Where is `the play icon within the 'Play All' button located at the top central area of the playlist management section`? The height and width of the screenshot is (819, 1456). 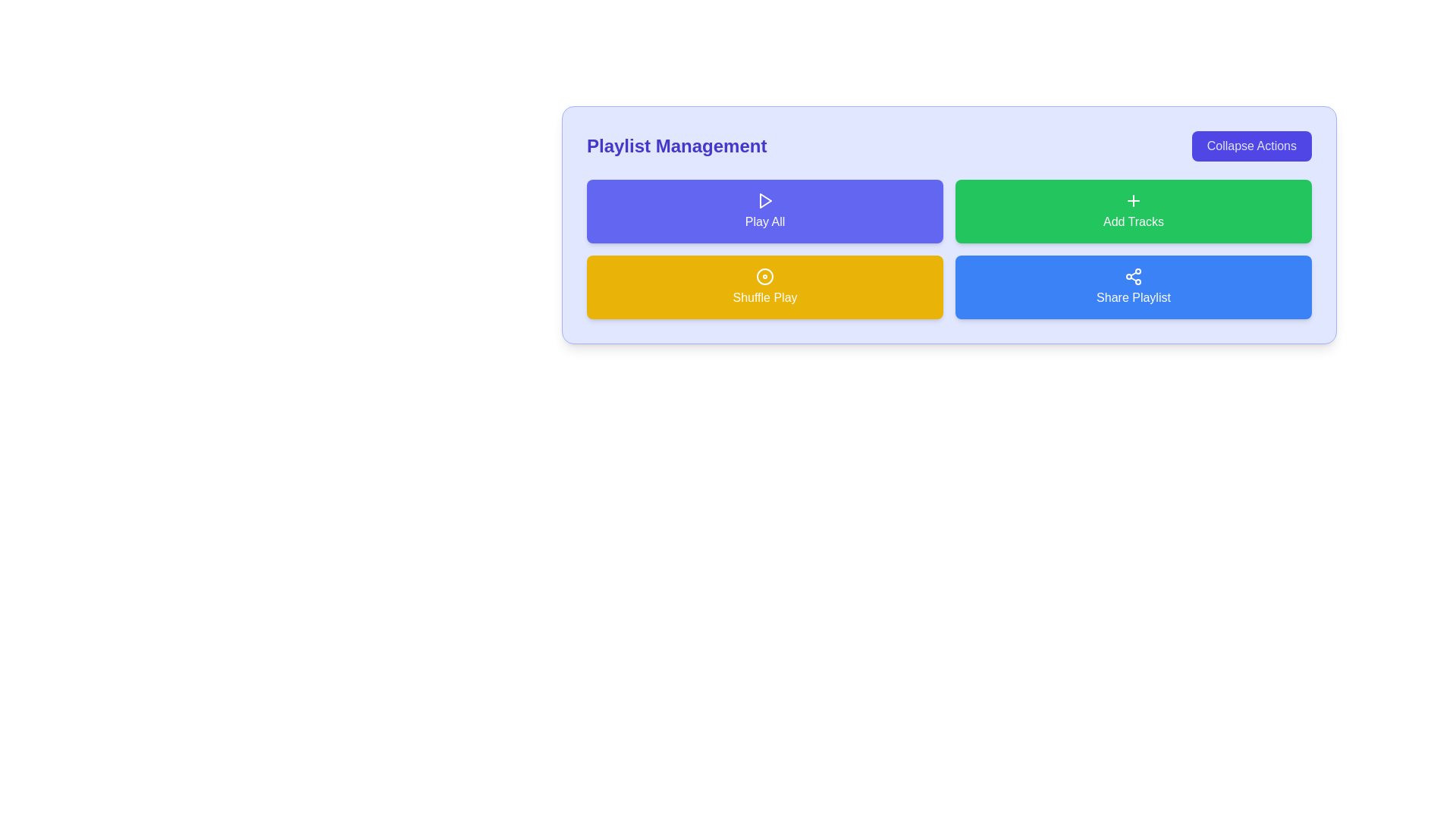 the play icon within the 'Play All' button located at the top central area of the playlist management section is located at coordinates (764, 200).